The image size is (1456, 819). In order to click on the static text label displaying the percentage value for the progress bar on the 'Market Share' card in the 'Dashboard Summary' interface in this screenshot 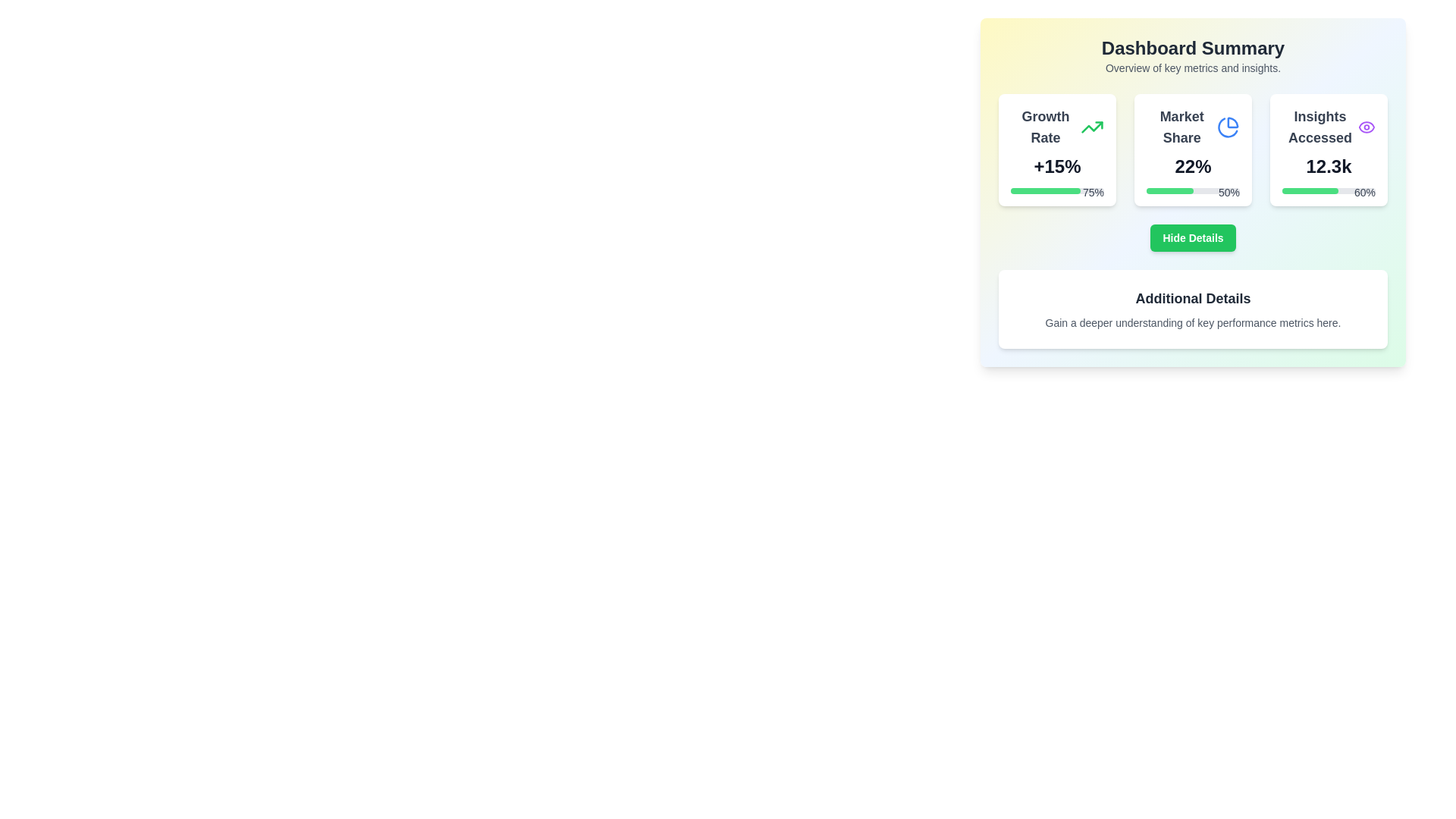, I will do `click(1229, 192)`.